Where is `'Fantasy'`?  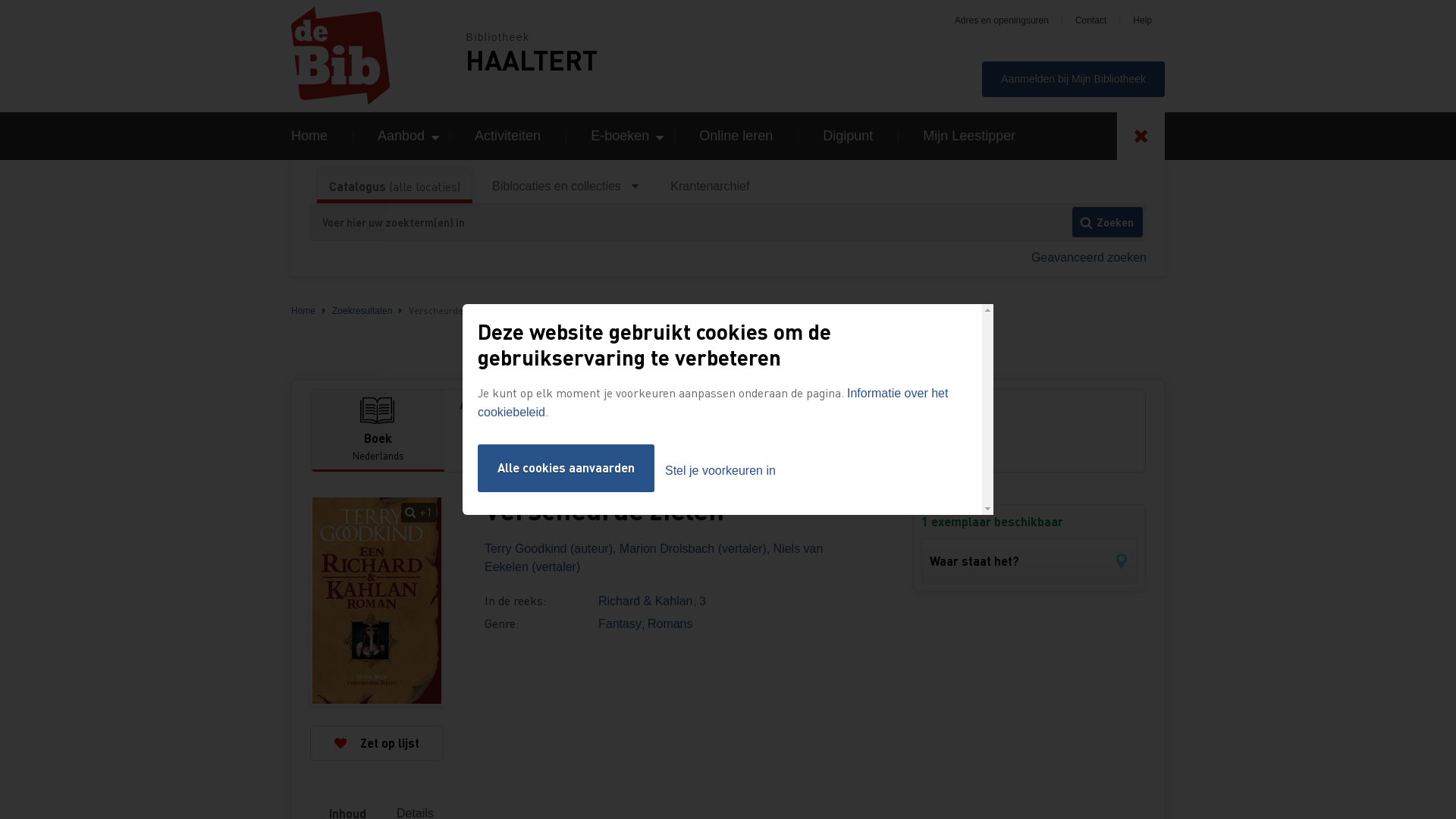
'Fantasy' is located at coordinates (597, 623).